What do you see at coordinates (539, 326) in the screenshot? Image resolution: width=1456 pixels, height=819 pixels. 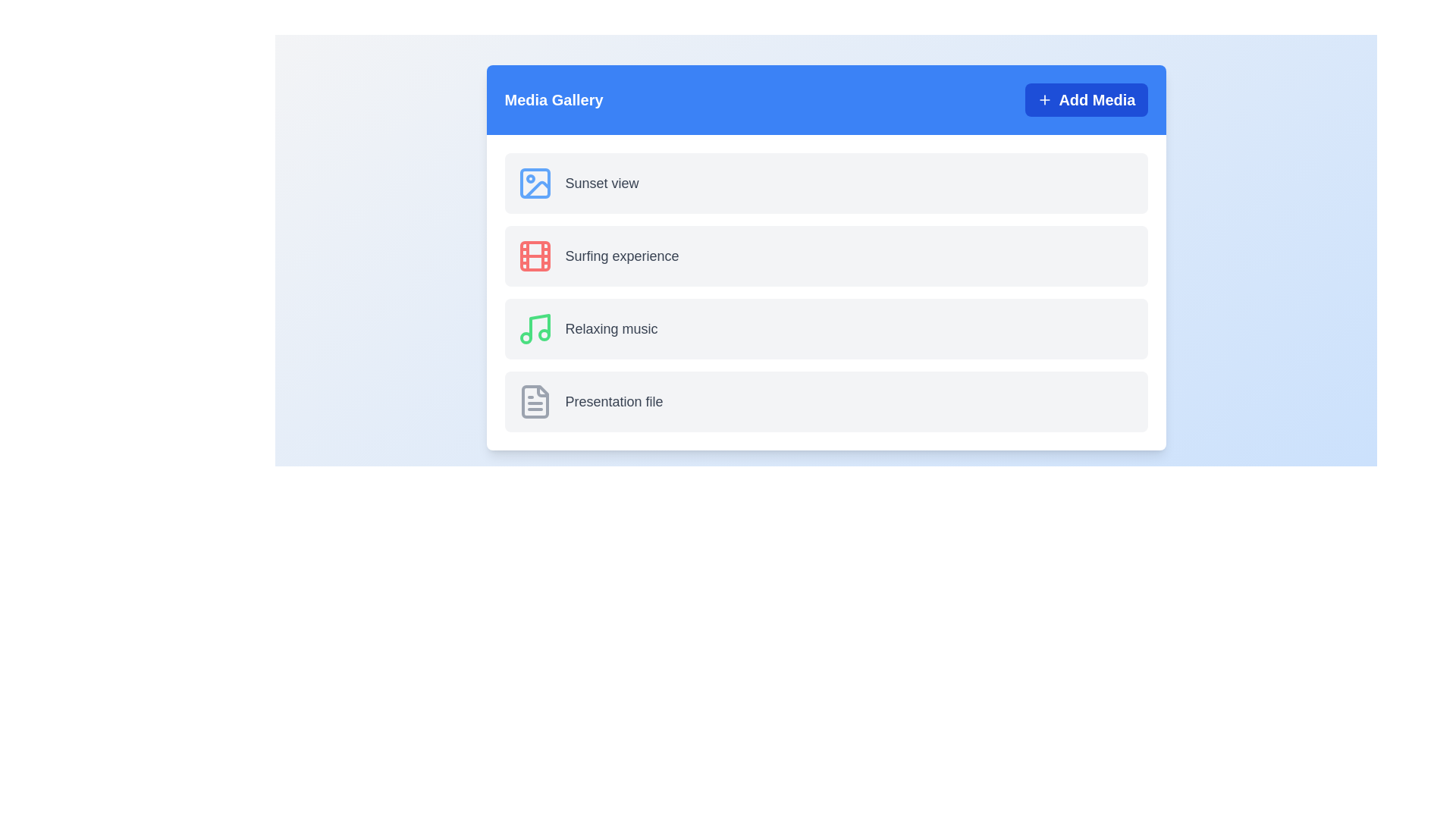 I see `the vertical slanted line resembling a musical note's stem within the green circular music icon for the 'Relaxing music' entry in the Media Gallery list` at bounding box center [539, 326].